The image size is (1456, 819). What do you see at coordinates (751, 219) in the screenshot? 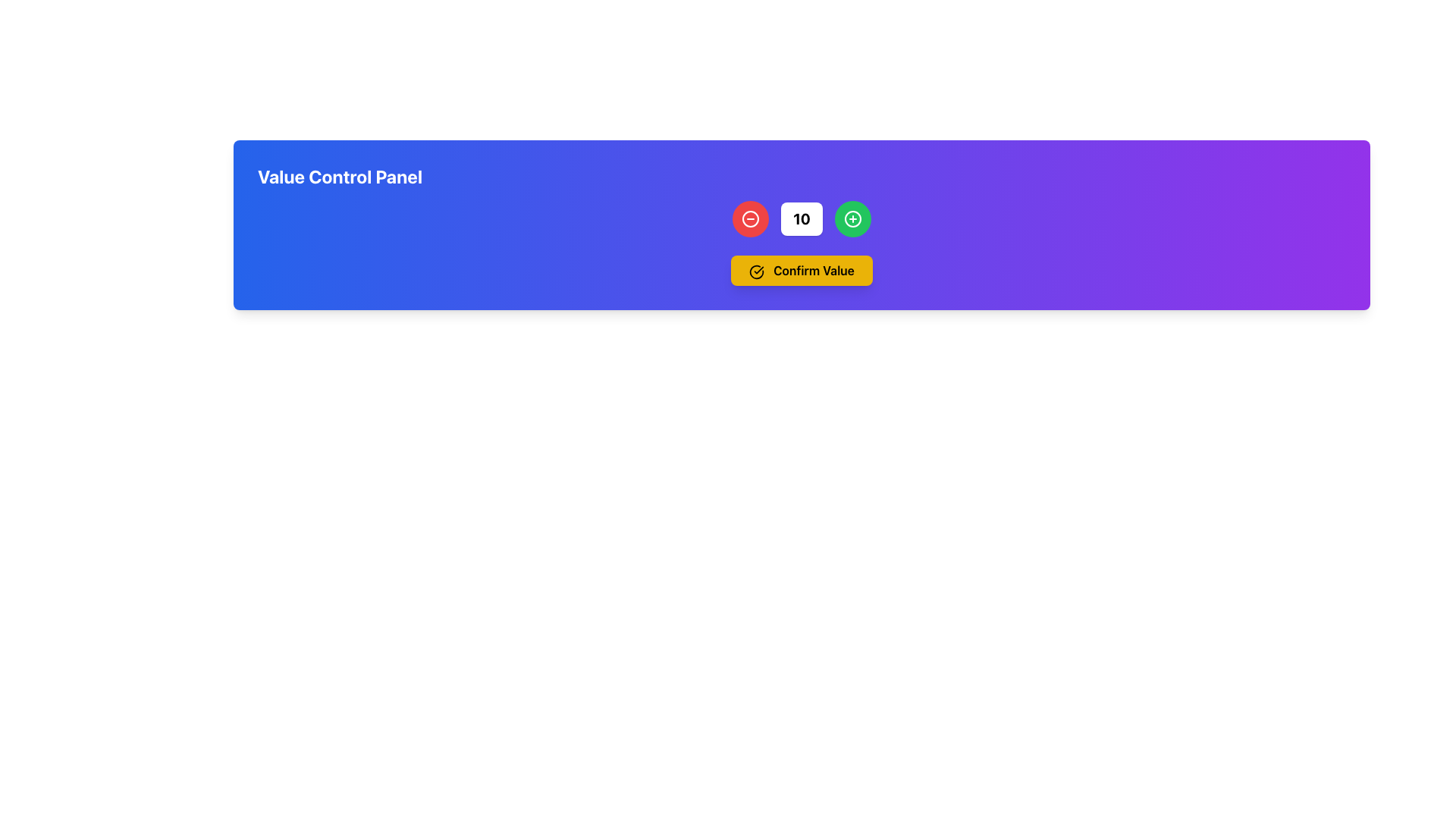
I see `the red circular button with an outlined minus symbol, which is the leftmost button in a group of three controls, positioned to the left of the white box displaying the number '10'` at bounding box center [751, 219].